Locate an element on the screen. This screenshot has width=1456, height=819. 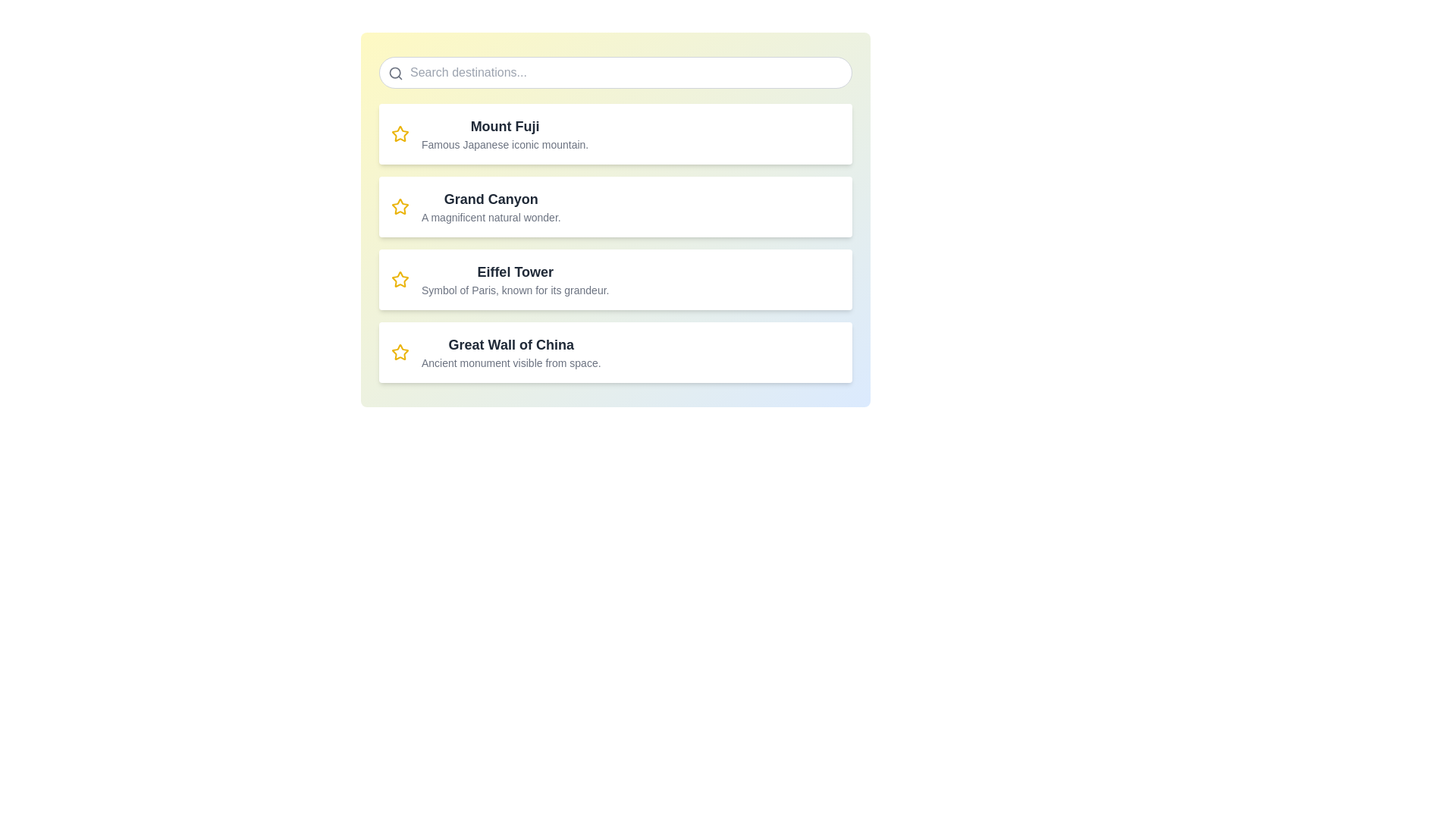
the star icon with a yellow outline is located at coordinates (400, 280).